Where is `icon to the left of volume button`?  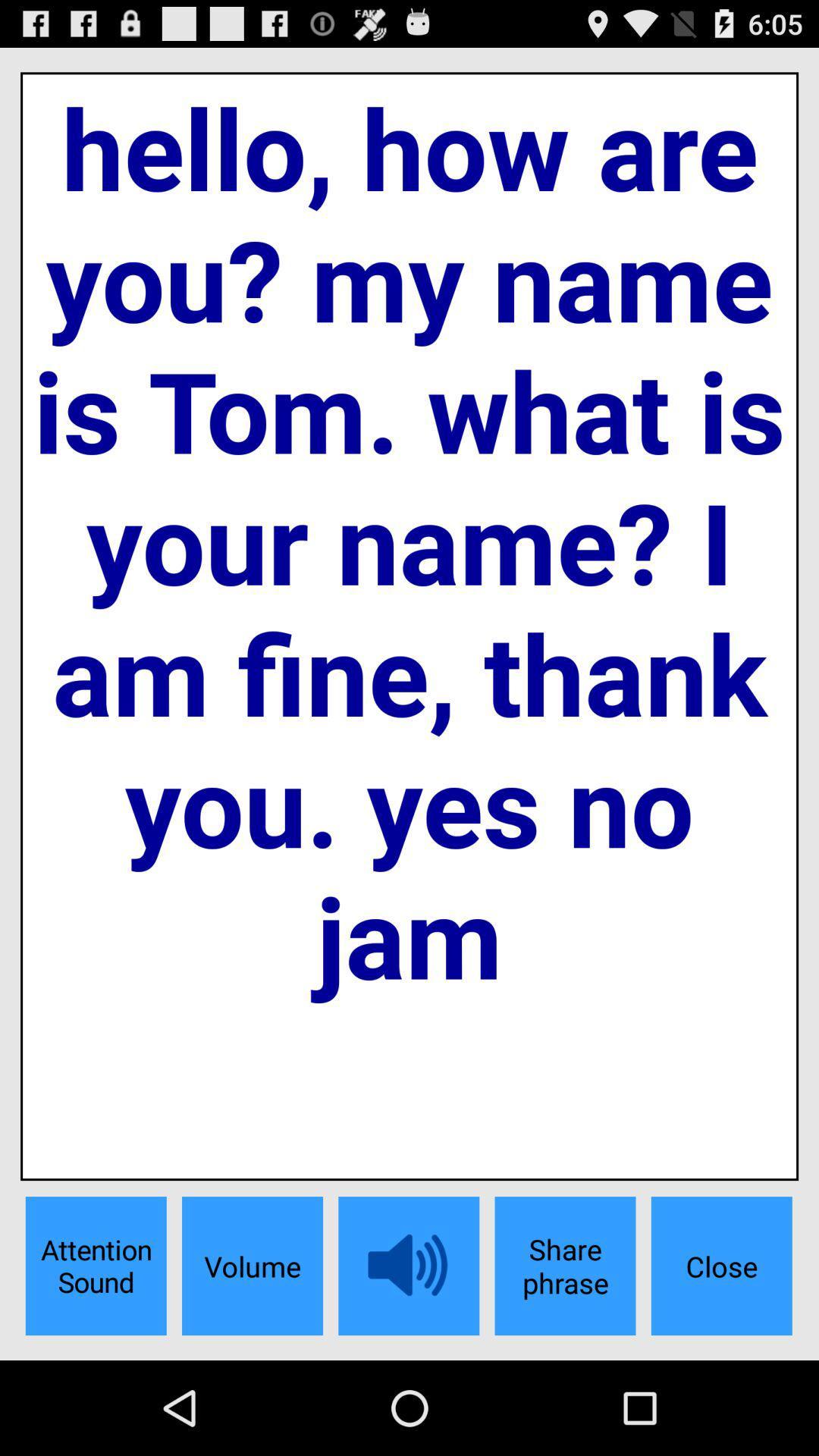 icon to the left of volume button is located at coordinates (96, 1266).